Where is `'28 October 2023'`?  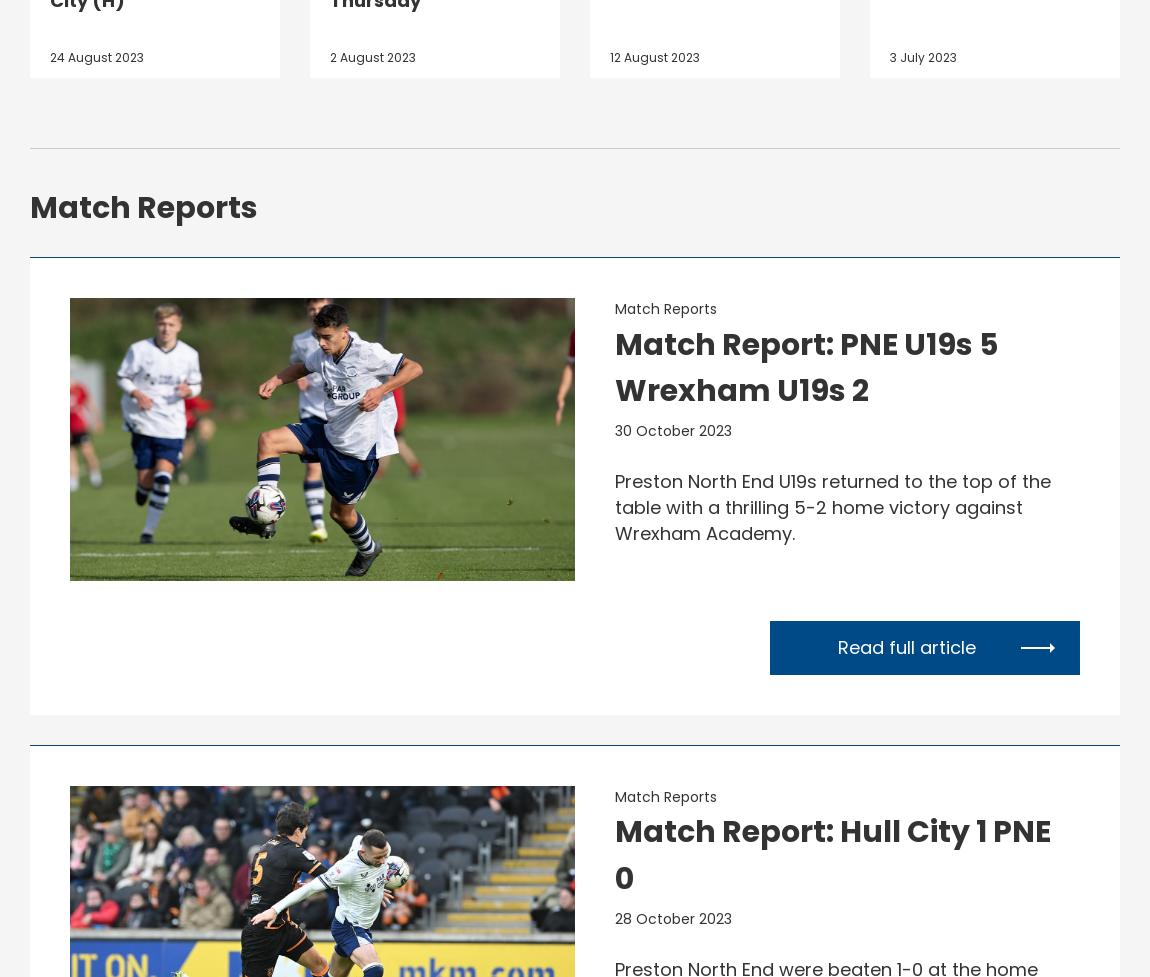
'28 October 2023' is located at coordinates (672, 916).